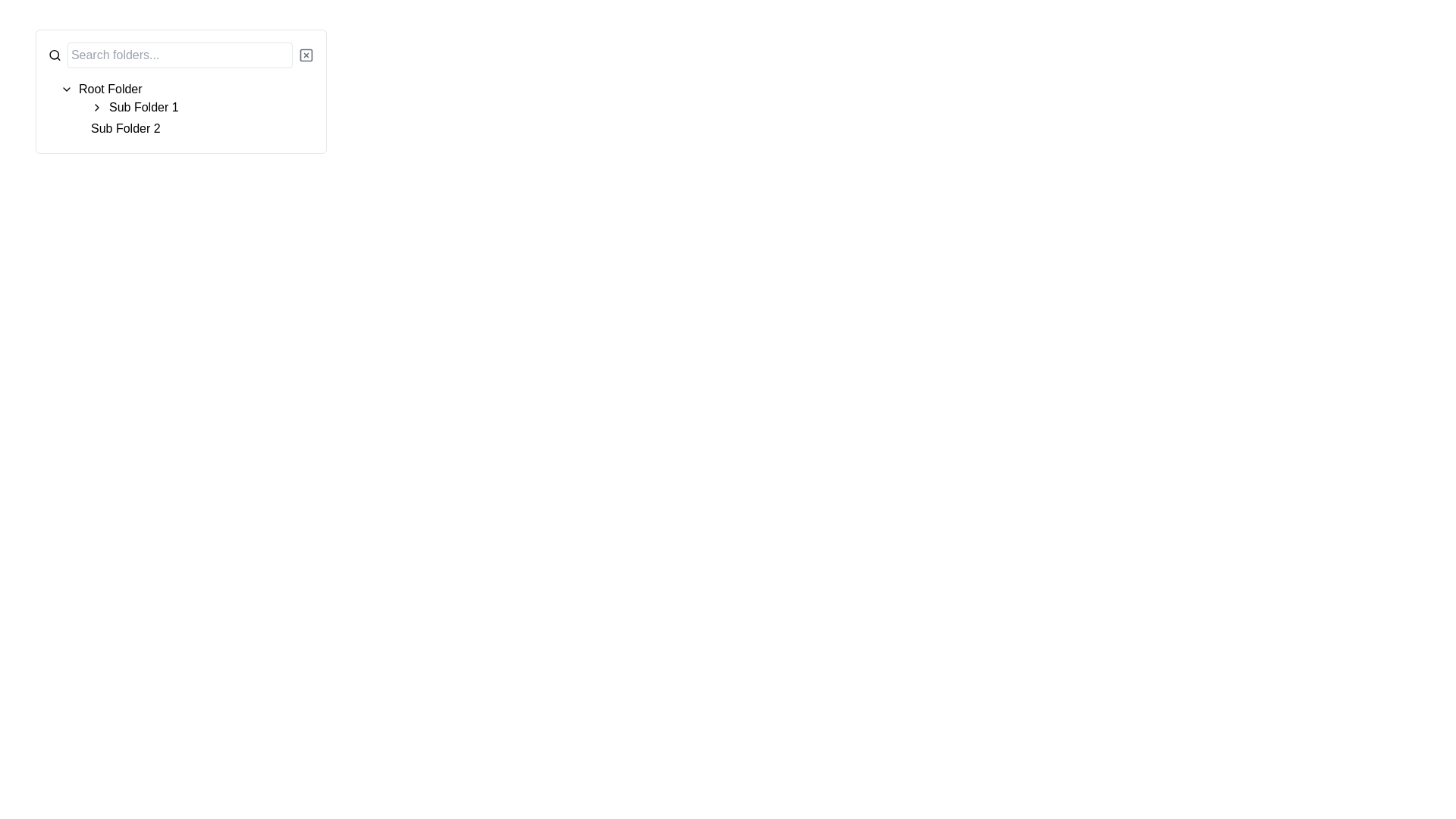 Image resolution: width=1456 pixels, height=819 pixels. What do you see at coordinates (65, 89) in the screenshot?
I see `the toggle icon` at bounding box center [65, 89].